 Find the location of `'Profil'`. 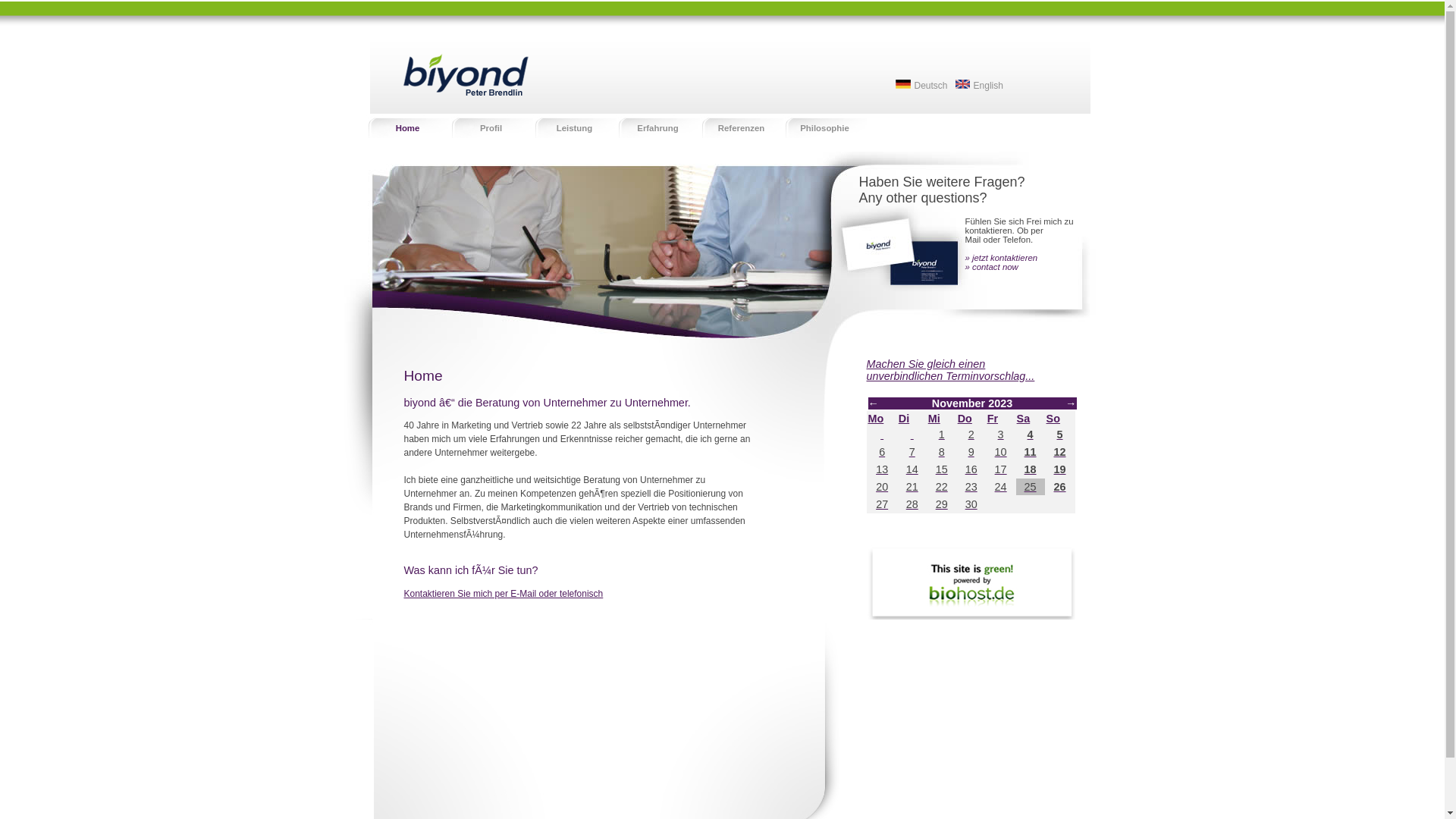

'Profil' is located at coordinates (491, 125).